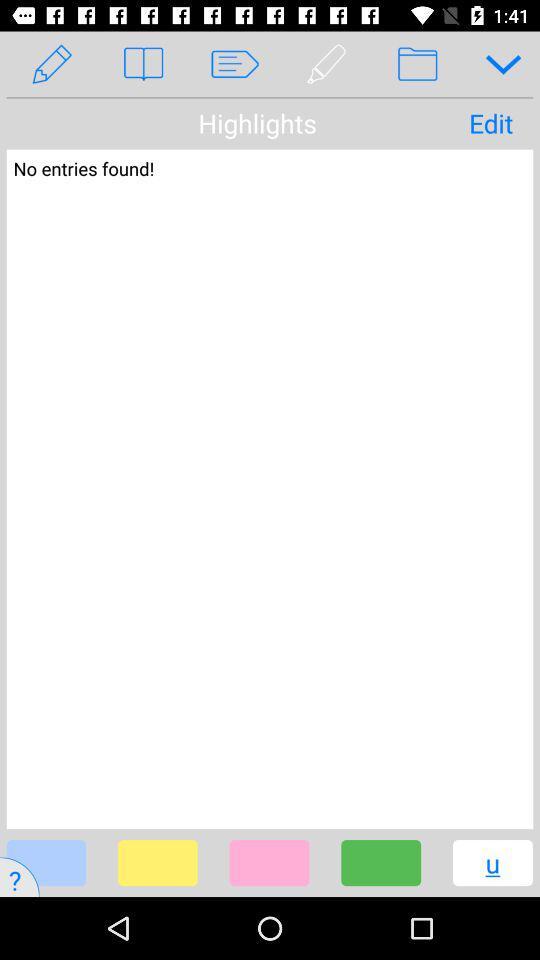  Describe the element at coordinates (142, 64) in the screenshot. I see `the book icon` at that location.